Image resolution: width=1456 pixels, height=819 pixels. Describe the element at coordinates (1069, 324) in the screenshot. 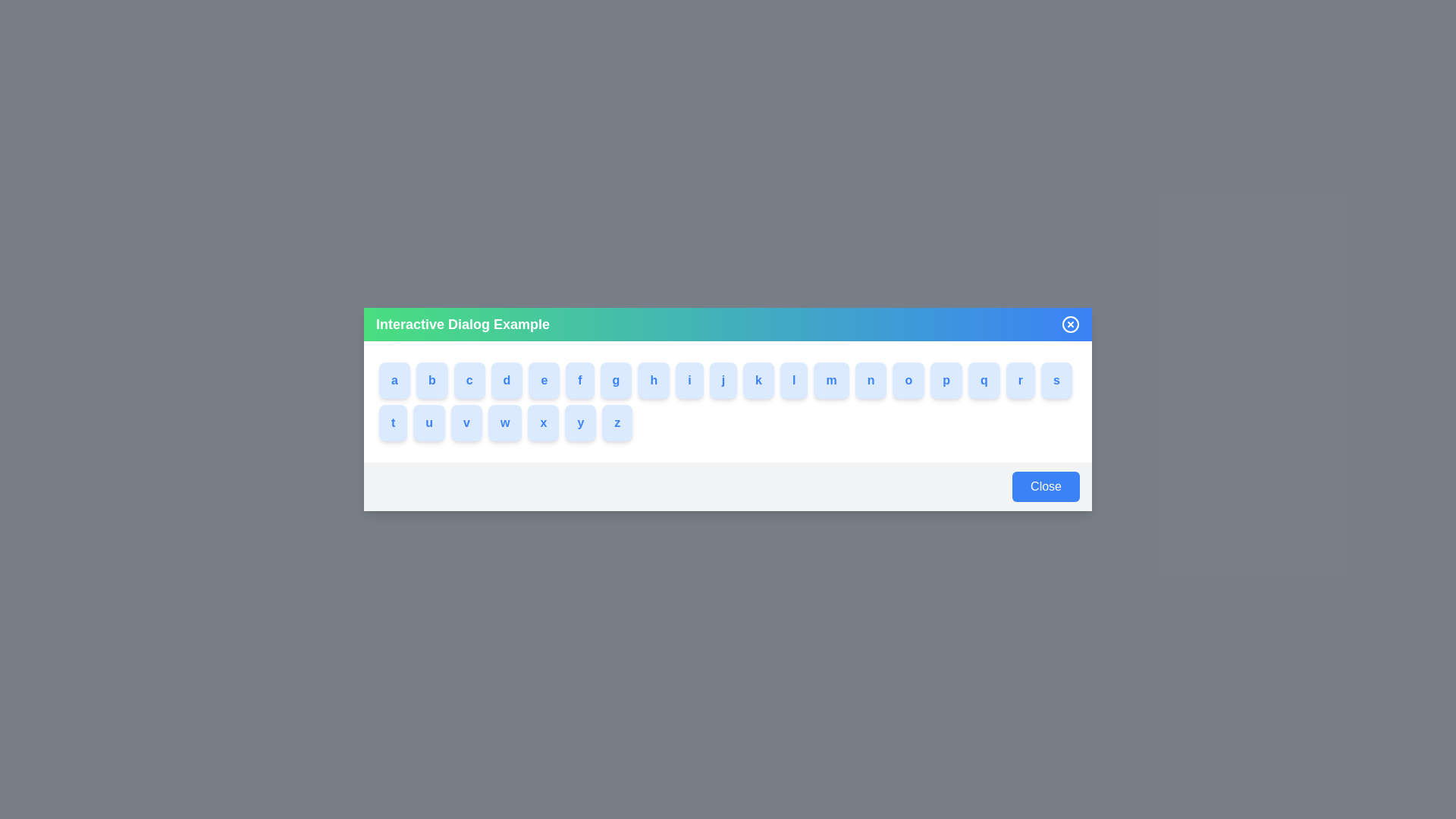

I see `the top-right close button to close the dialog` at that location.